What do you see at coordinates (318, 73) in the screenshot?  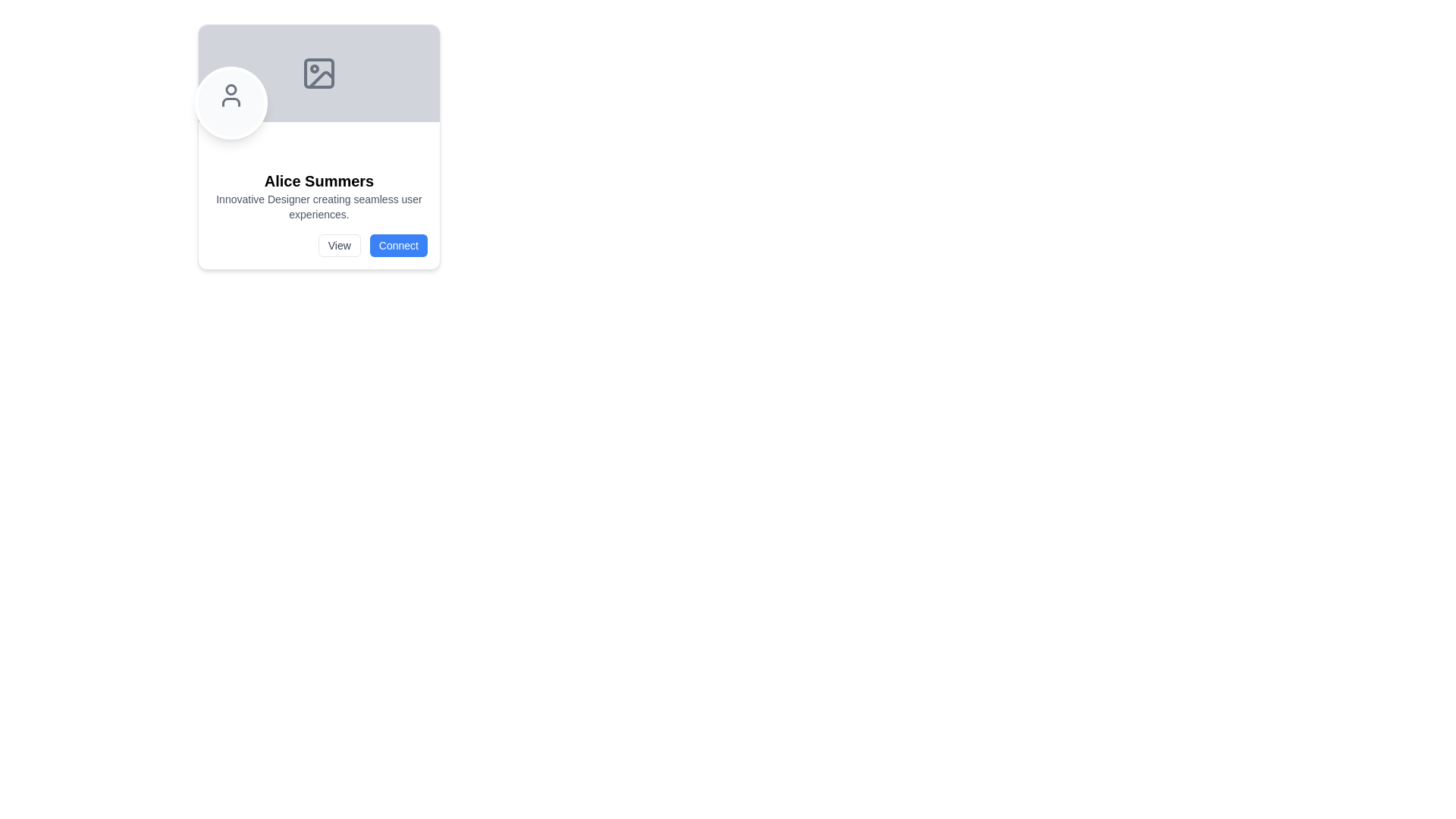 I see `the decorative graphic or layout placeholder located at the top-right section of the profile card, which visually represents an image placeholder` at bounding box center [318, 73].